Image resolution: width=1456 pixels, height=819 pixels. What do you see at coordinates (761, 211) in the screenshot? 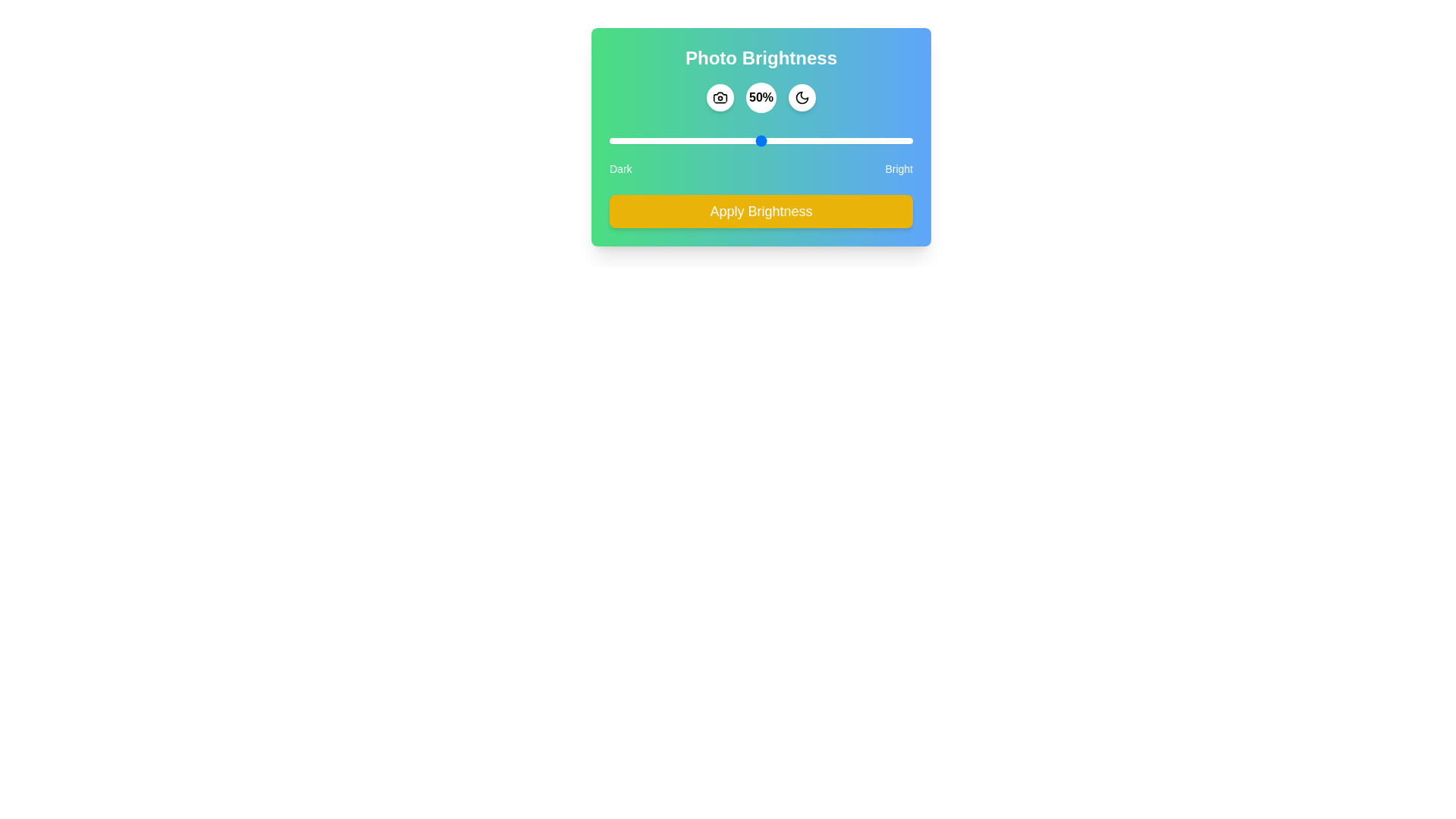
I see `the 'Apply Brightness' button to apply the current brightness setting` at bounding box center [761, 211].